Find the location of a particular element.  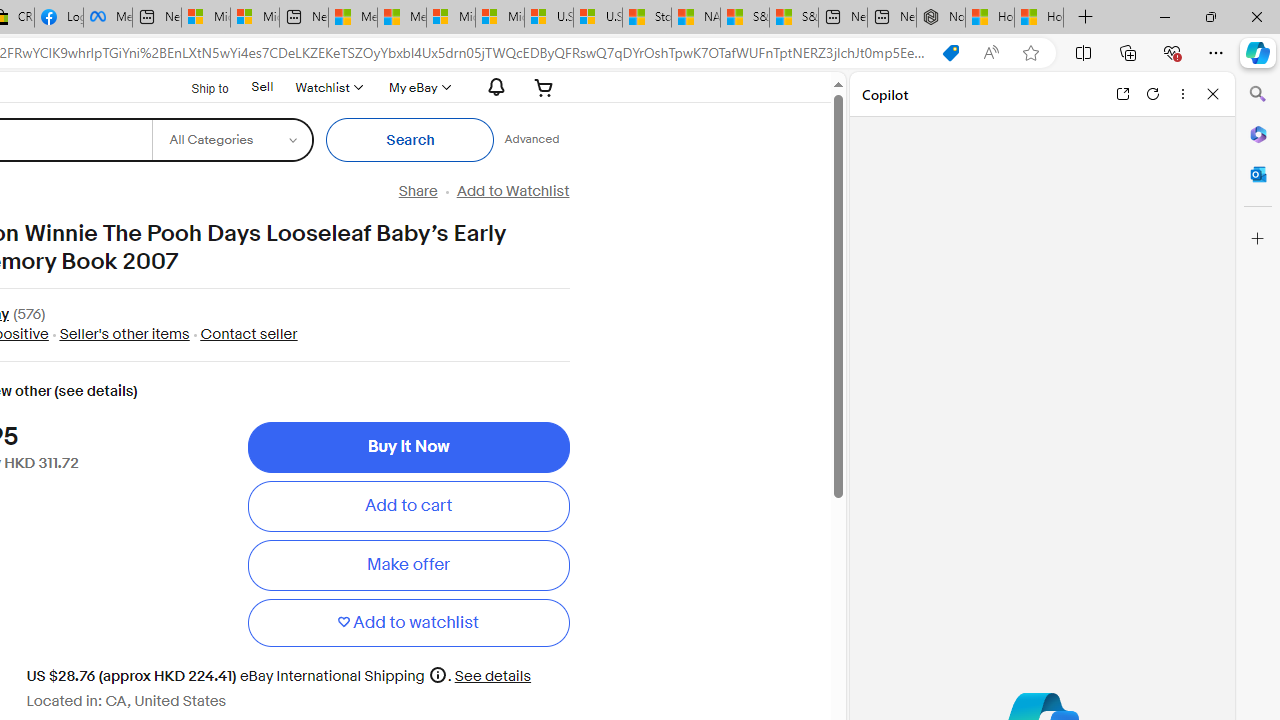

'Sell' is located at coordinates (261, 86).